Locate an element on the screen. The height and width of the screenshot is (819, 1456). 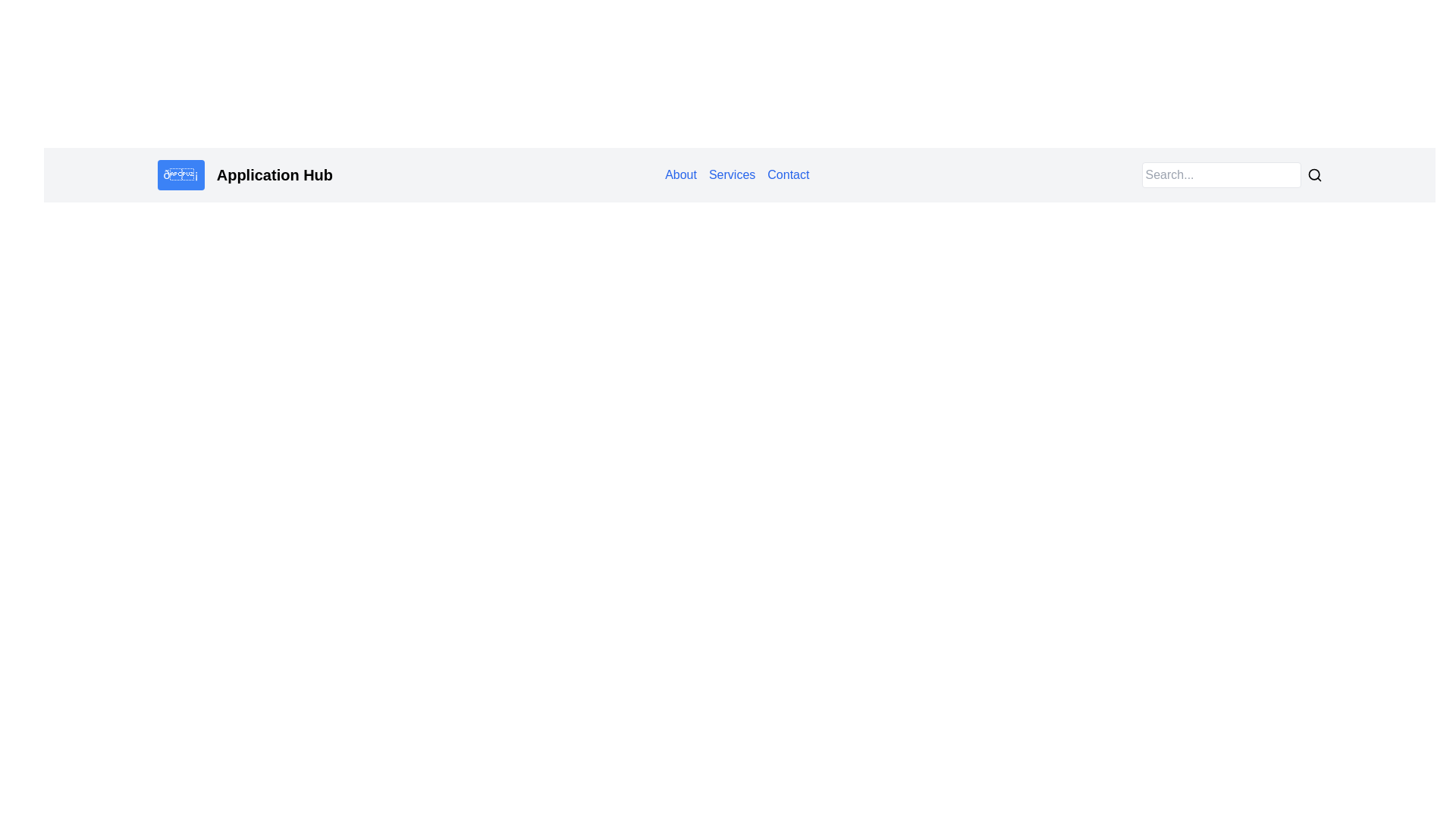
the navigation menu links located near the center of the navigation bar is located at coordinates (737, 174).